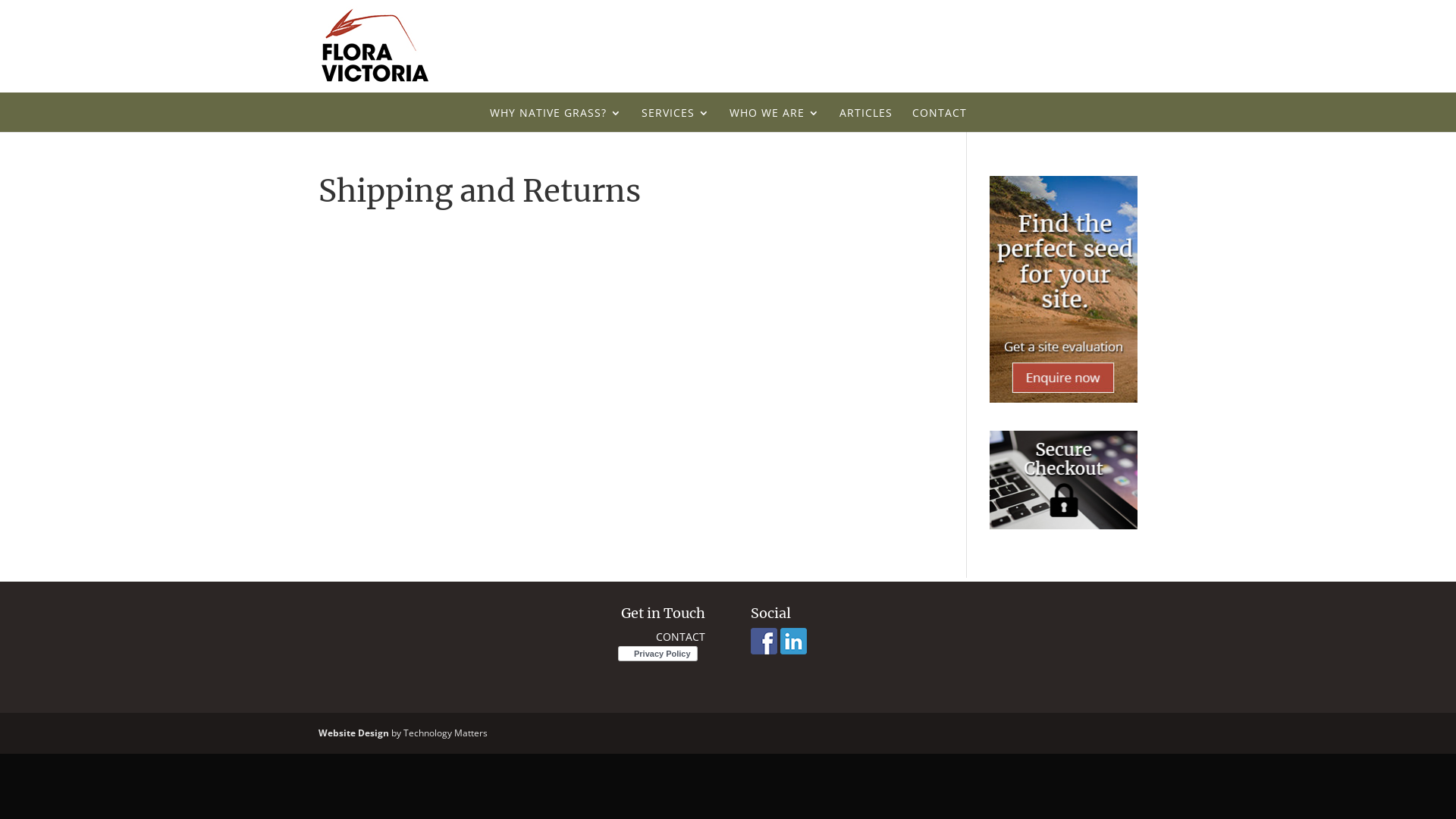 This screenshot has width=1456, height=819. What do you see at coordinates (938, 119) in the screenshot?
I see `'CONTACT'` at bounding box center [938, 119].